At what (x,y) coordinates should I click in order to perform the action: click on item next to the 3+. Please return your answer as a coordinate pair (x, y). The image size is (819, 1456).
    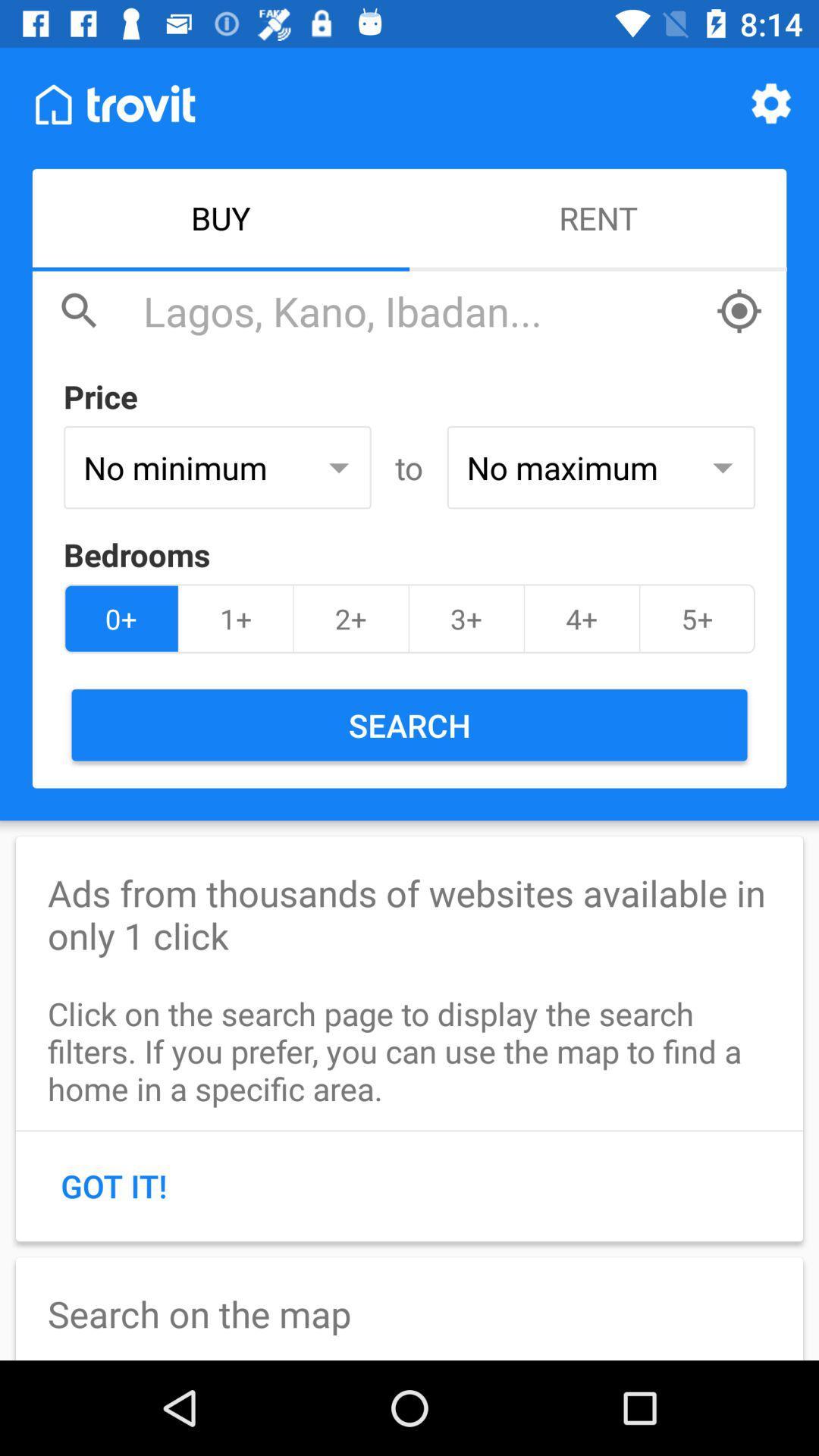
    Looking at the image, I should click on (351, 619).